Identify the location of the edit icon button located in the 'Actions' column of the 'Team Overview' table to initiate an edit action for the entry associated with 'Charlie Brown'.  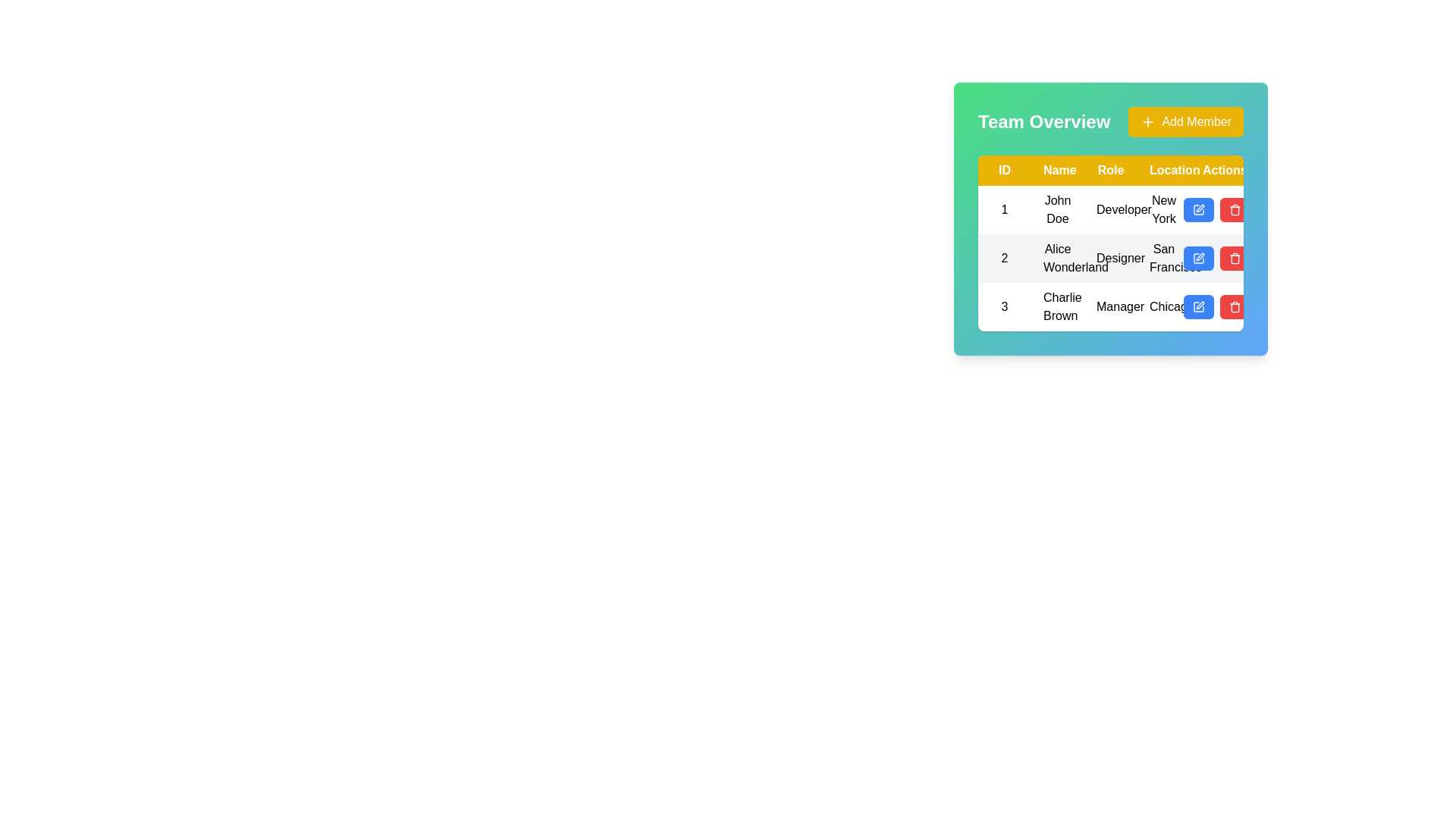
(1200, 305).